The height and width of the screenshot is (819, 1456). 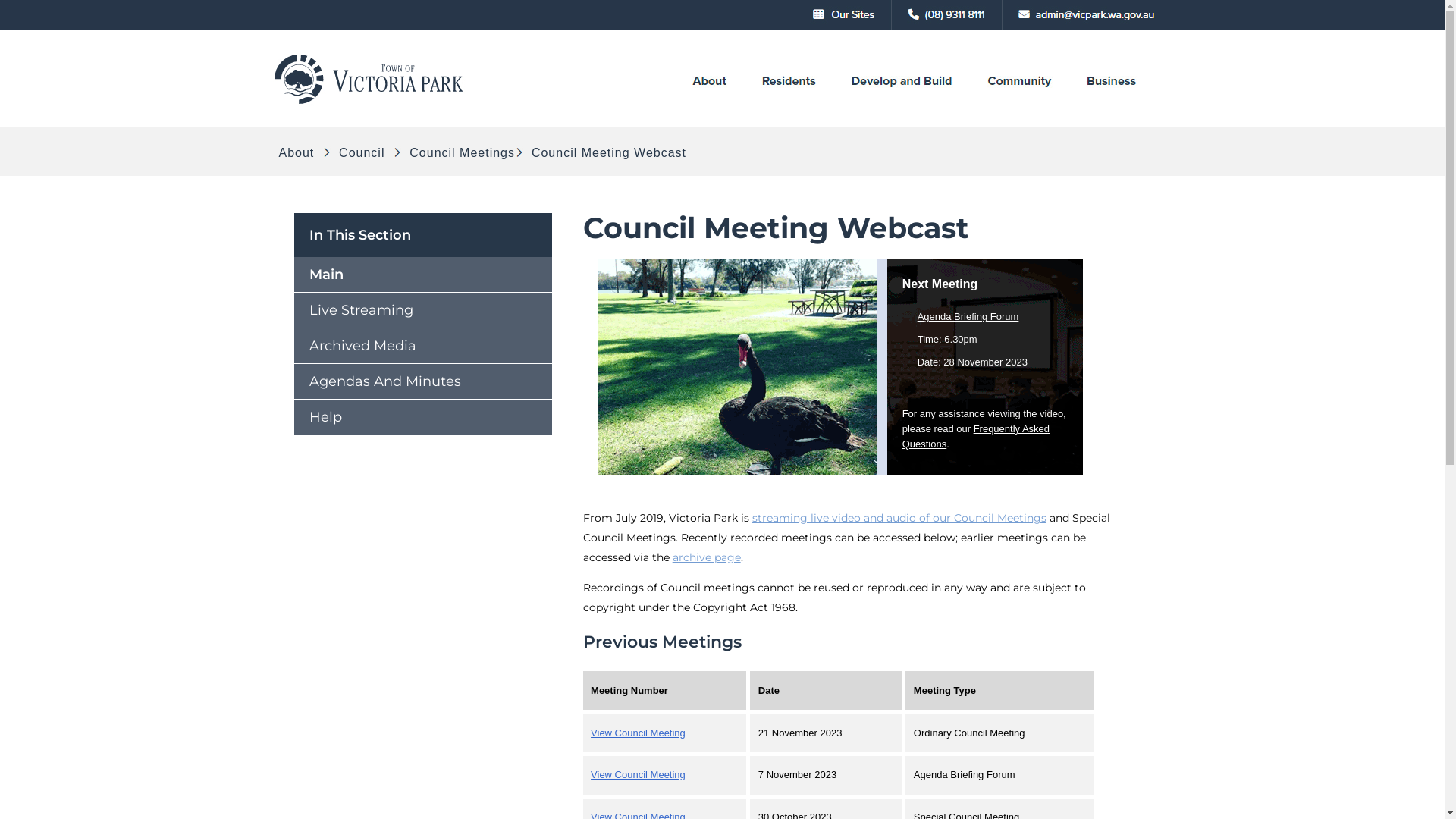 What do you see at coordinates (967, 315) in the screenshot?
I see `'Agenda Briefing Forum'` at bounding box center [967, 315].